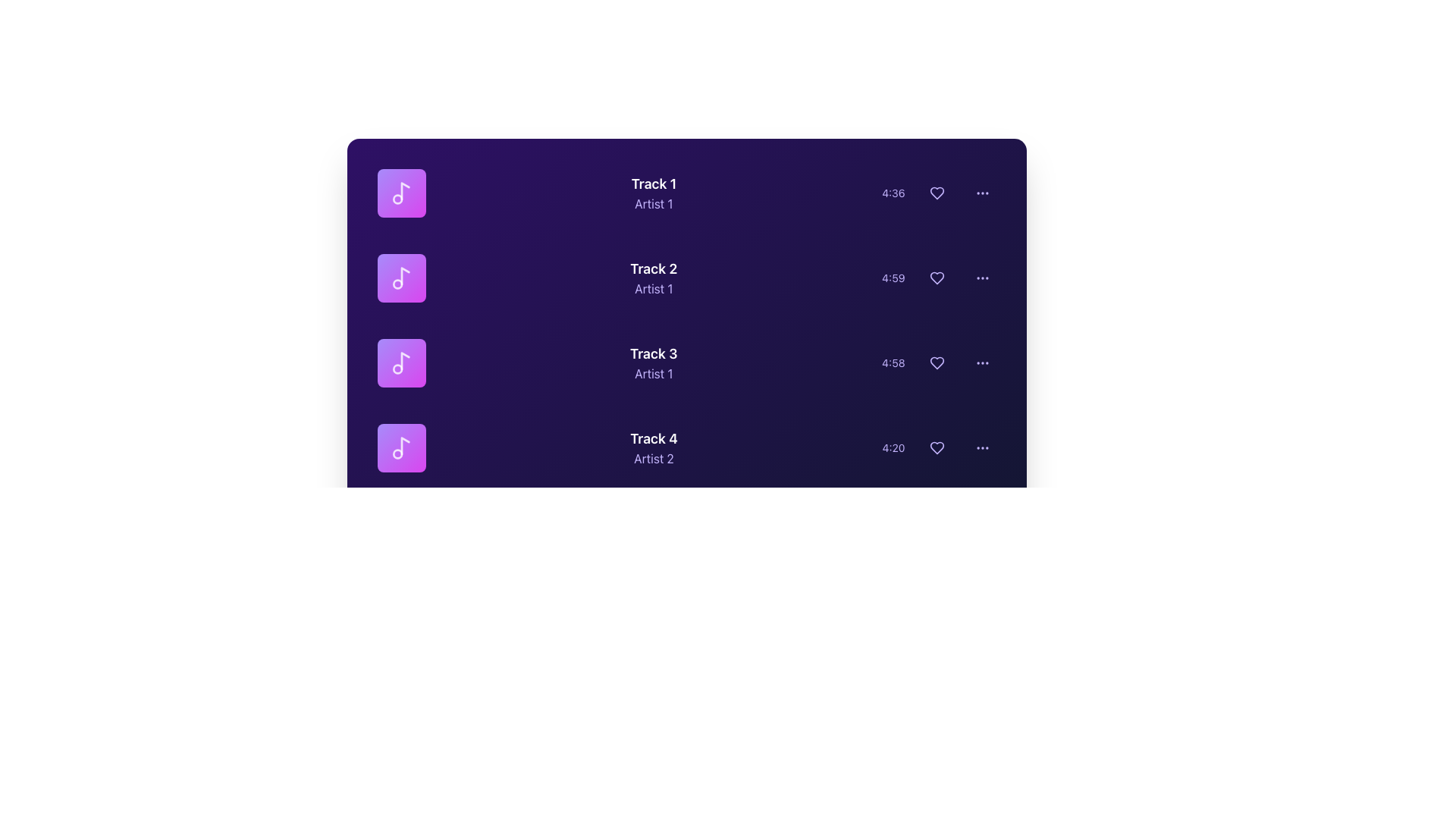 The image size is (1456, 819). Describe the element at coordinates (654, 184) in the screenshot. I see `the 'Track 1' text label, which is displayed in bold white font and is the first title in a list of tracks` at that location.